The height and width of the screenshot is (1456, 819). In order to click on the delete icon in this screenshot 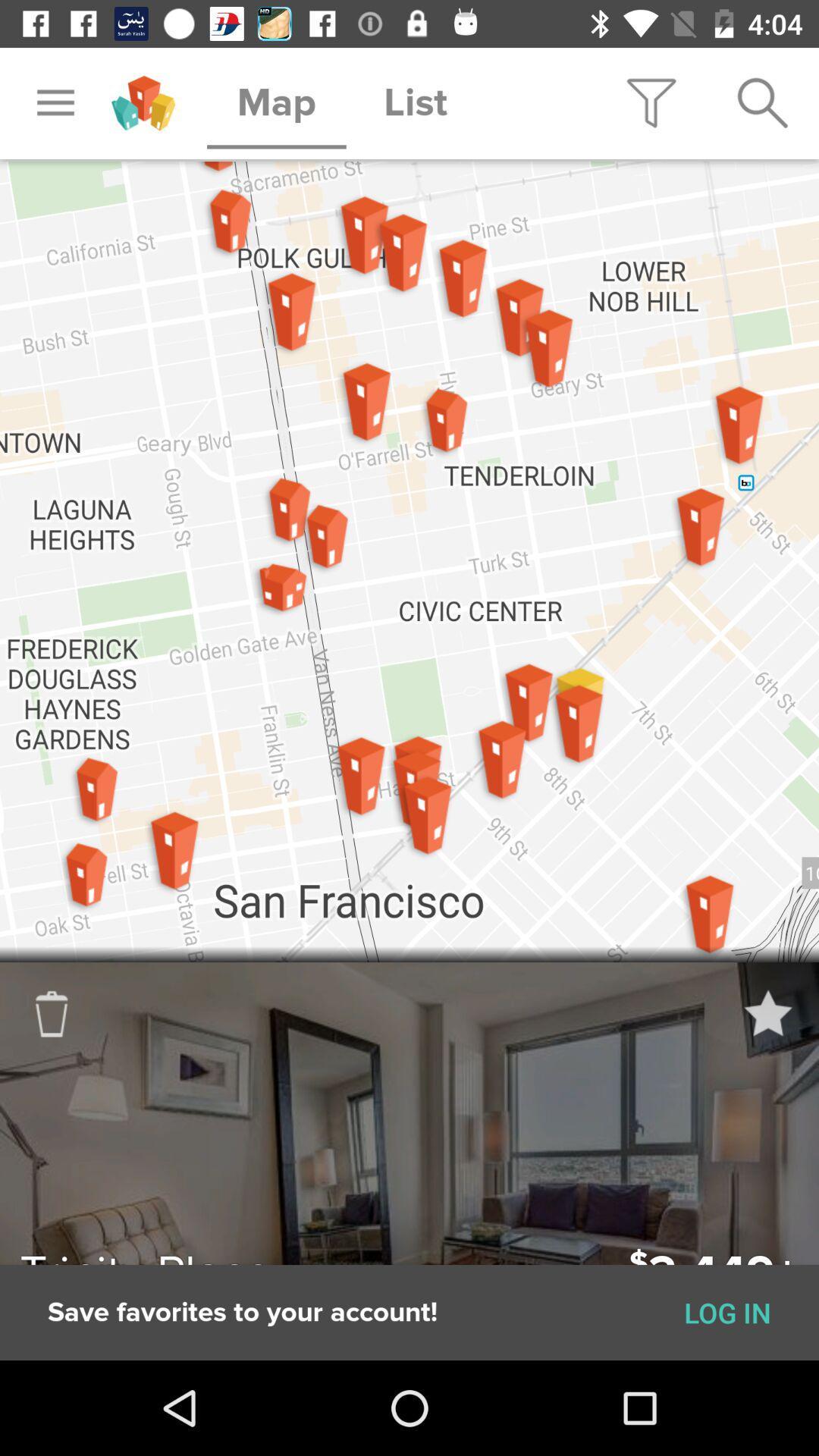, I will do `click(75, 1037)`.